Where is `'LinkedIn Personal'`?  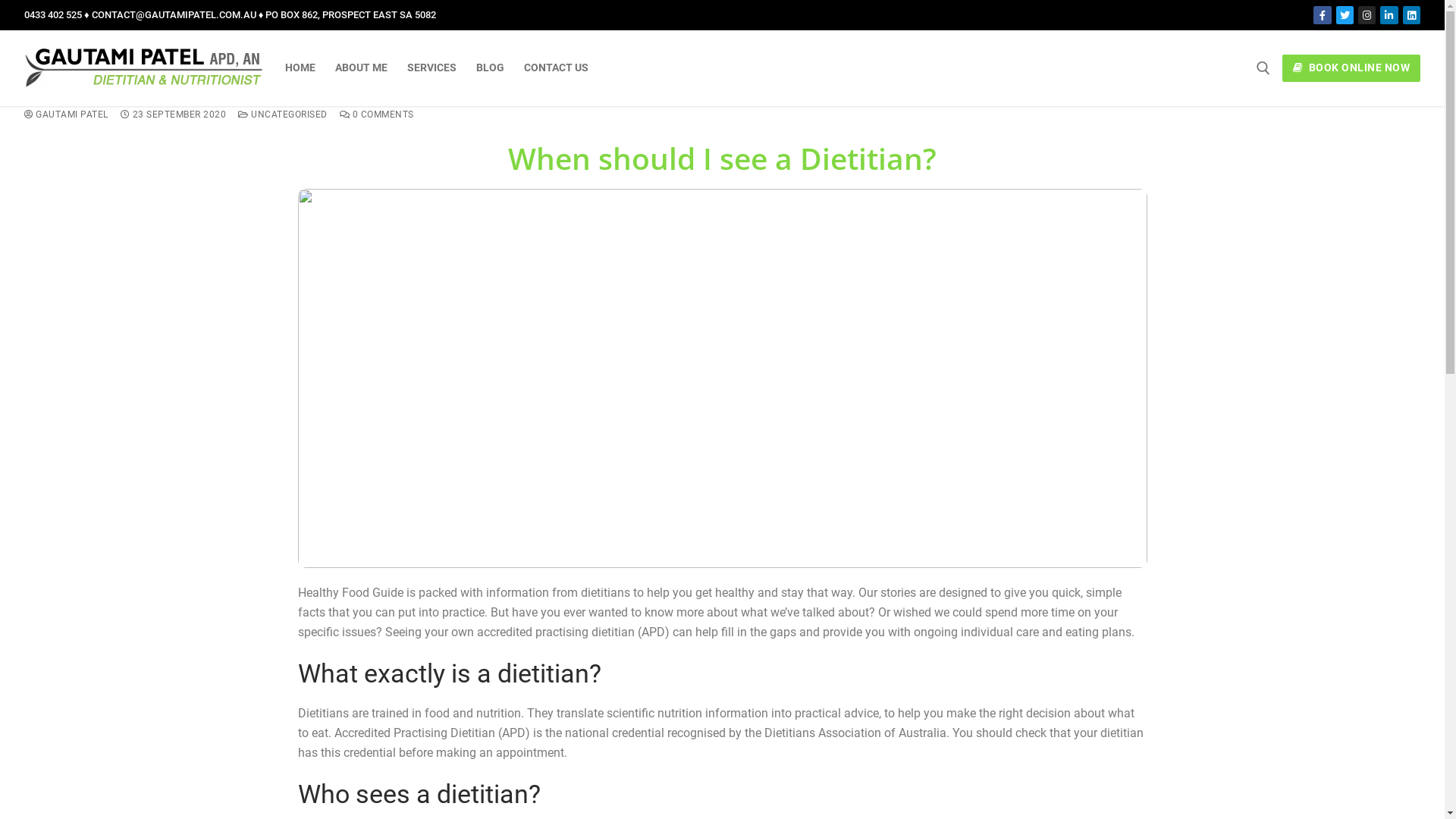
'LinkedIn Personal' is located at coordinates (1410, 15).